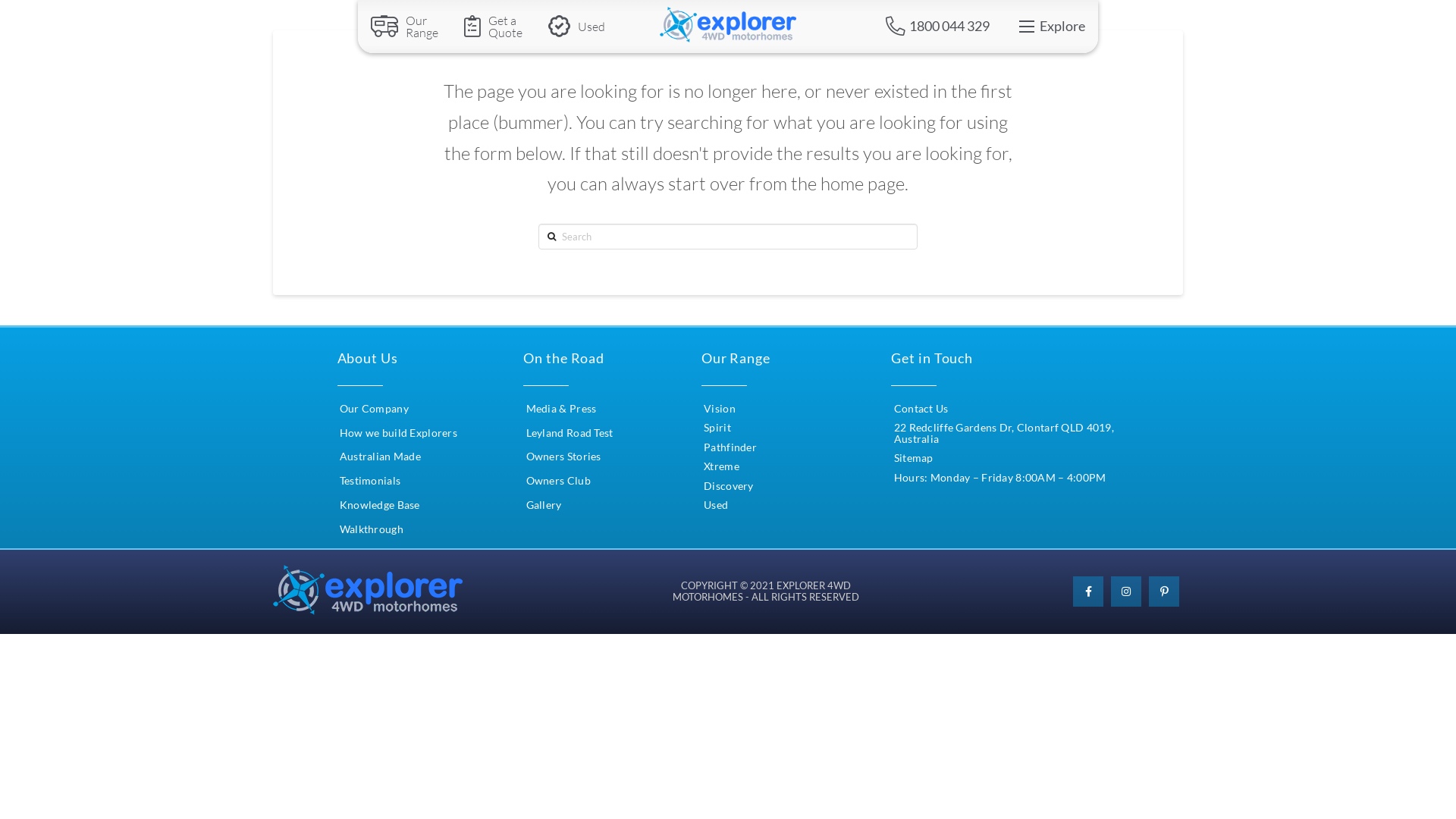 The height and width of the screenshot is (819, 1456). What do you see at coordinates (730, 447) in the screenshot?
I see `'Pathfinder'` at bounding box center [730, 447].